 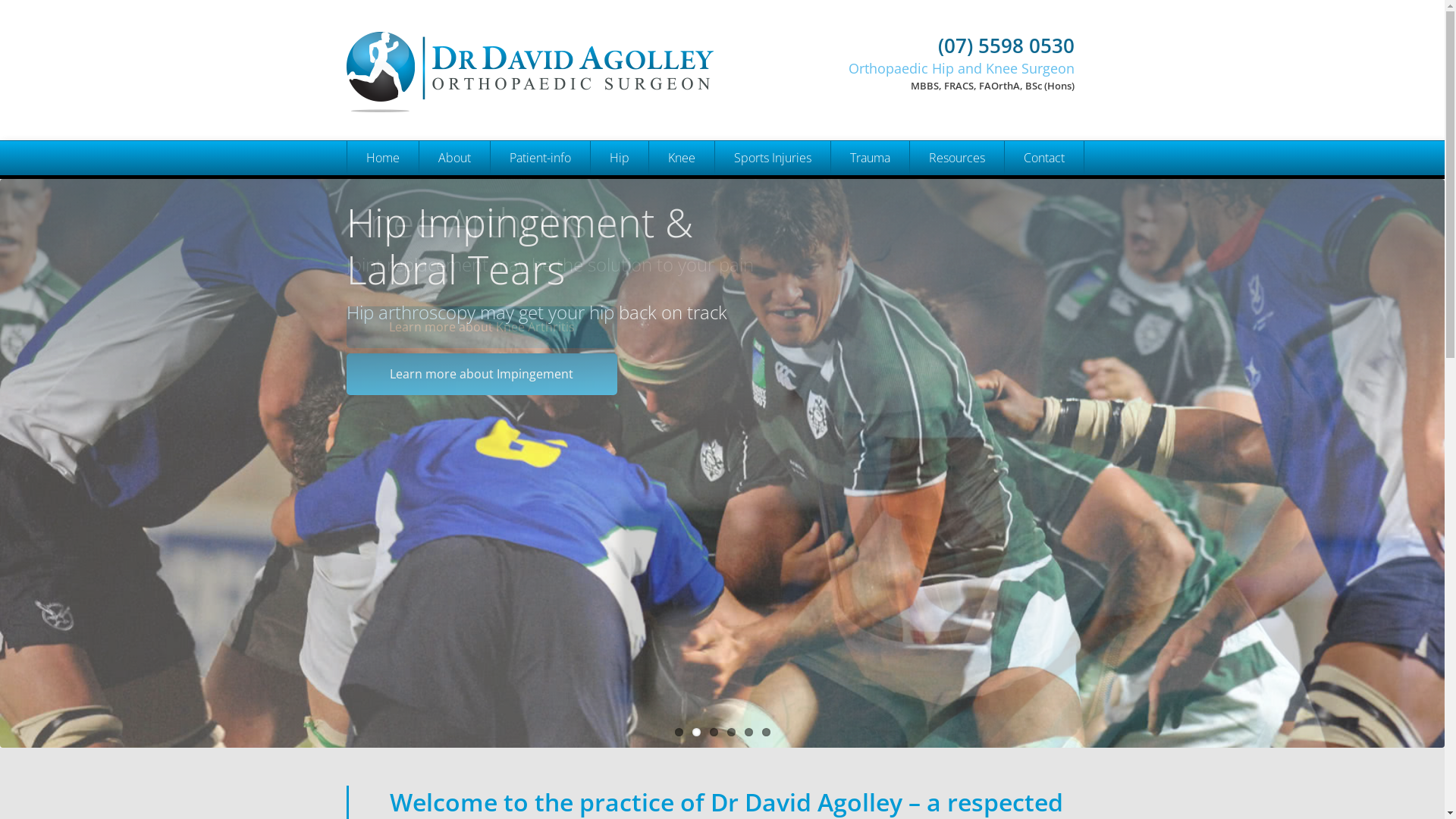 What do you see at coordinates (58, 0) in the screenshot?
I see `'Skip to main content'` at bounding box center [58, 0].